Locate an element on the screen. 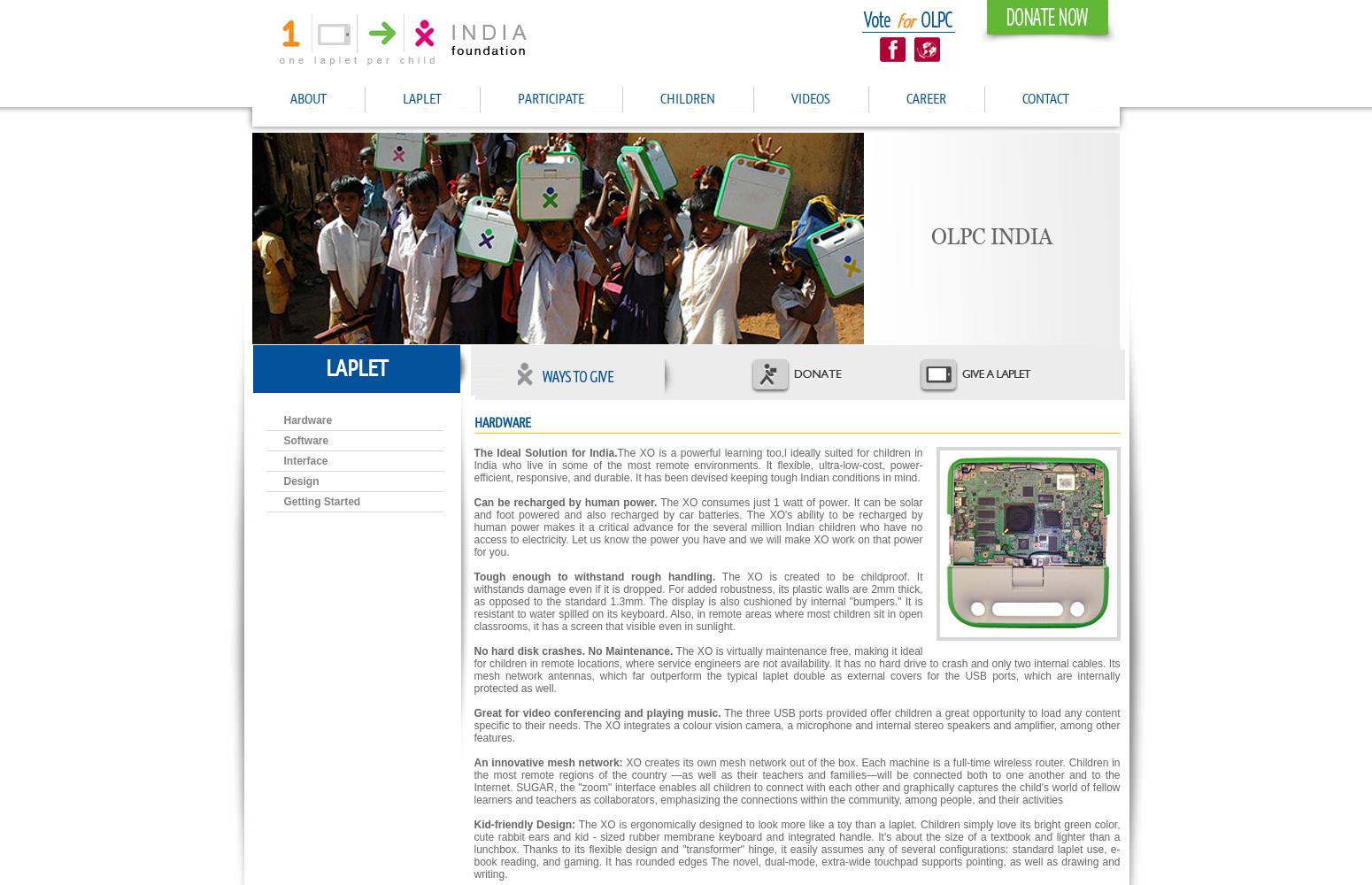 Image resolution: width=1372 pixels, height=885 pixels. 'Can be recharged by human power.' is located at coordinates (564, 502).